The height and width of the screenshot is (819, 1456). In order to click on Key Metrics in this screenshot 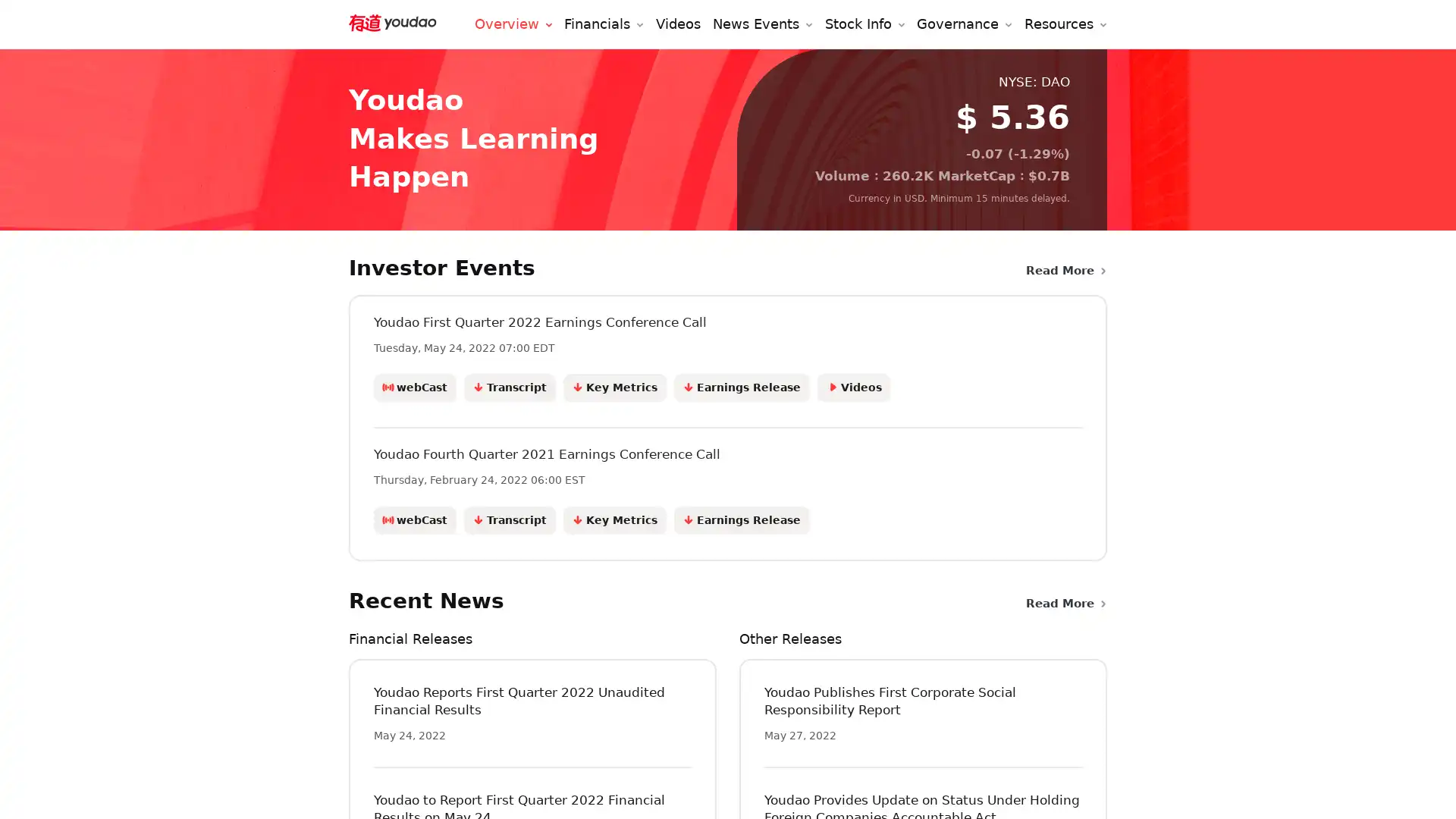, I will do `click(614, 387)`.